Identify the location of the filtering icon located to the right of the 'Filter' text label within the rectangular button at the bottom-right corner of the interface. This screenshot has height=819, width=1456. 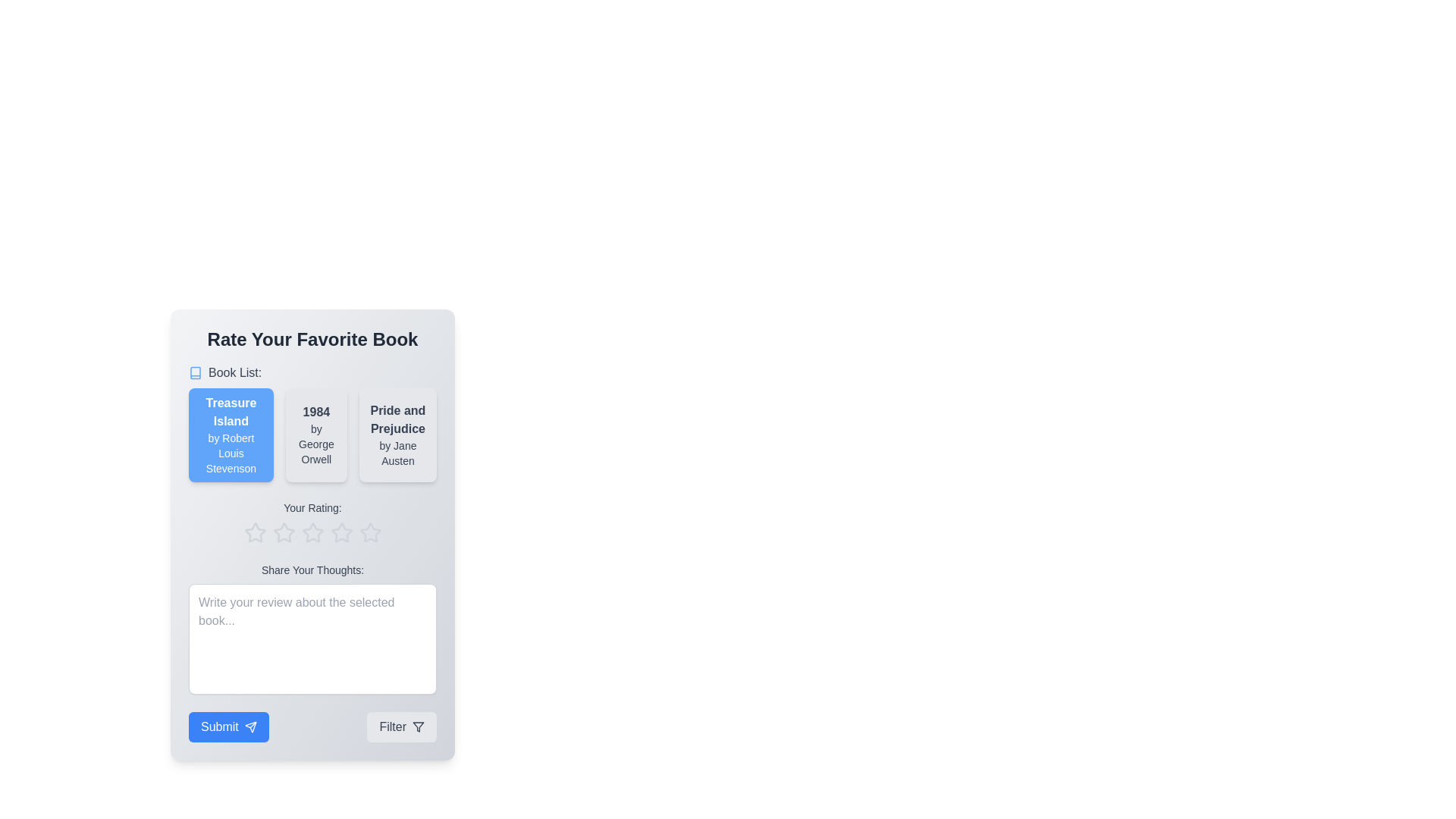
(419, 726).